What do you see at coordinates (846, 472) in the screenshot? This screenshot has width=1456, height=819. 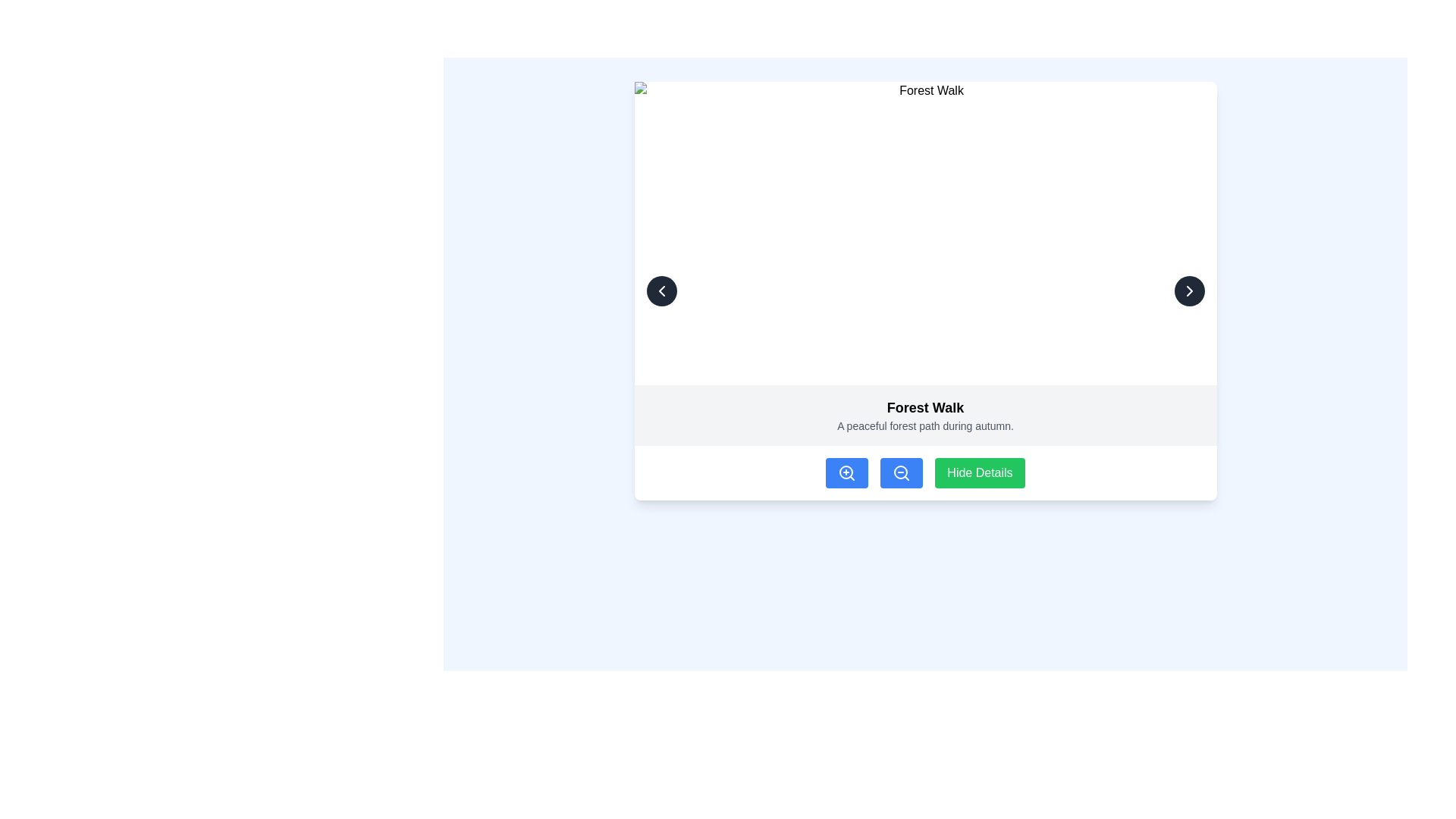 I see `the blue rectangular button with a white magnifying glass icon and a plus sign, located below the 'Forest Walk' heading, to zoom in` at bounding box center [846, 472].